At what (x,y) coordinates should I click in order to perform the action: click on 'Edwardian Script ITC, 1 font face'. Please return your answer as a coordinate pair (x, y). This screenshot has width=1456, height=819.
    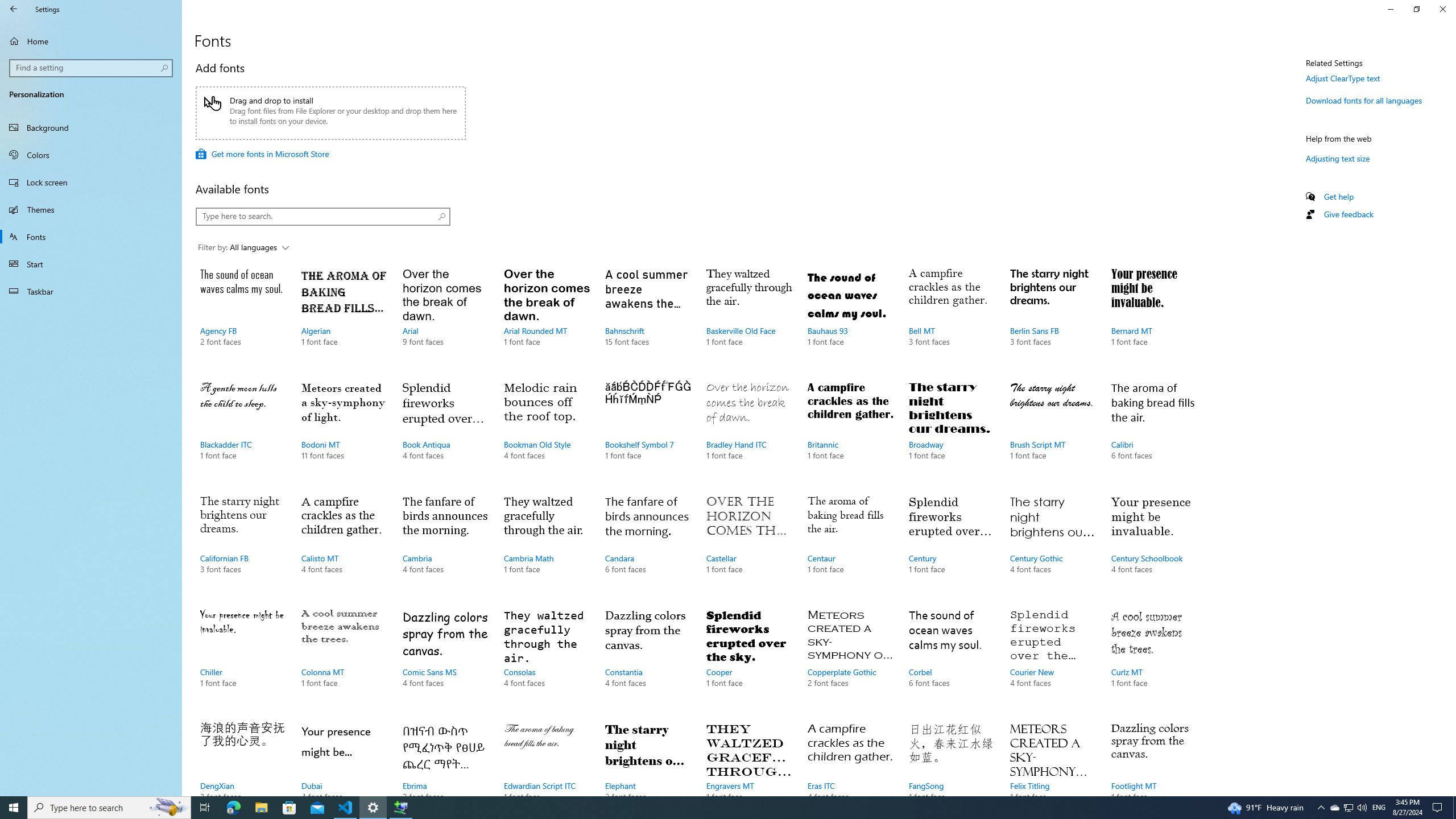
    Looking at the image, I should click on (545, 755).